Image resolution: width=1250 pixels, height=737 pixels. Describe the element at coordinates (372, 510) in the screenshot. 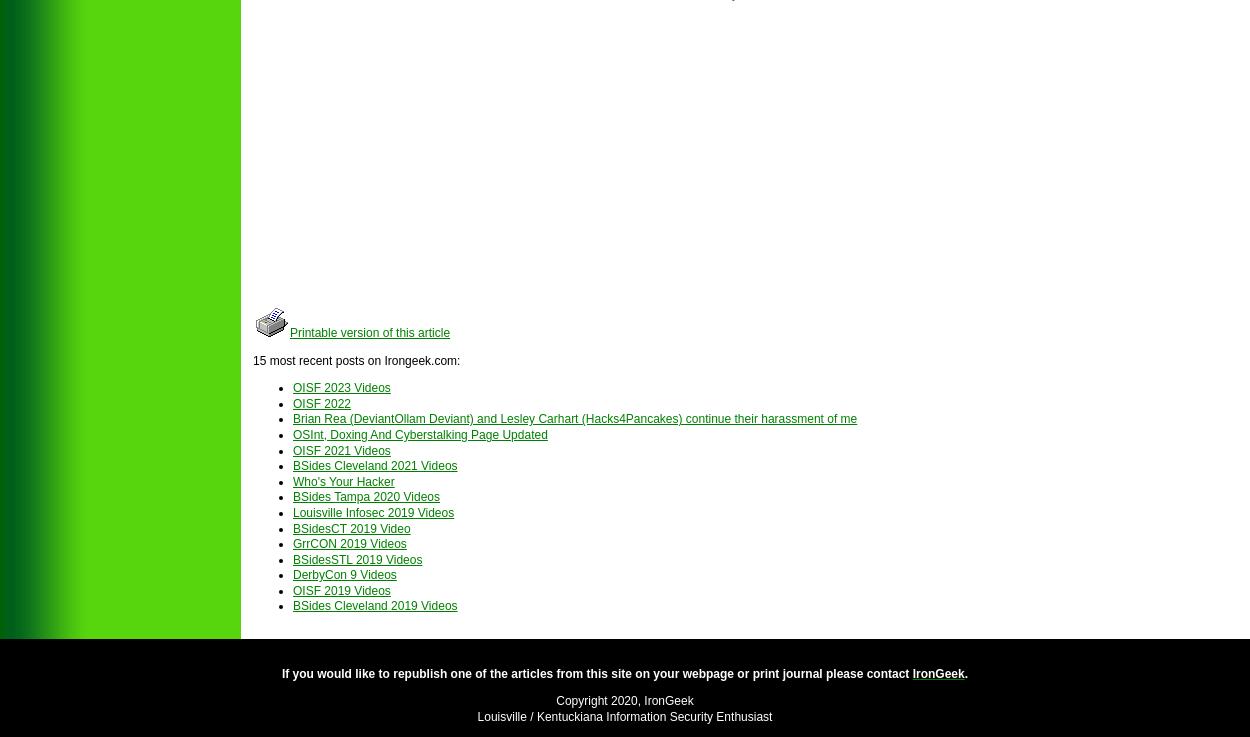

I see `'Louisville Infosec 2019 Videos'` at that location.